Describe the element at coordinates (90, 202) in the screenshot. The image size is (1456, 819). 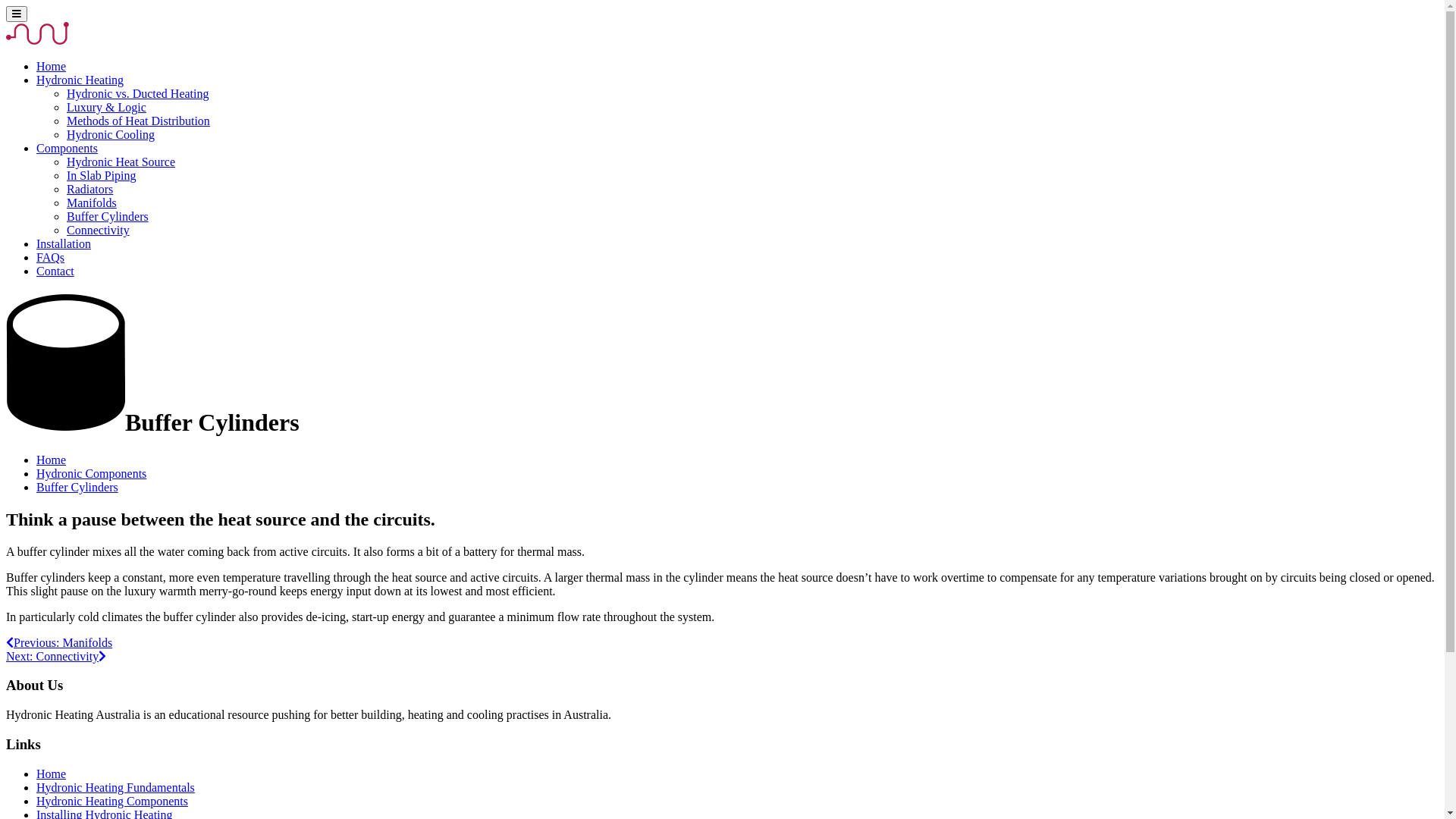
I see `'Manifolds'` at that location.